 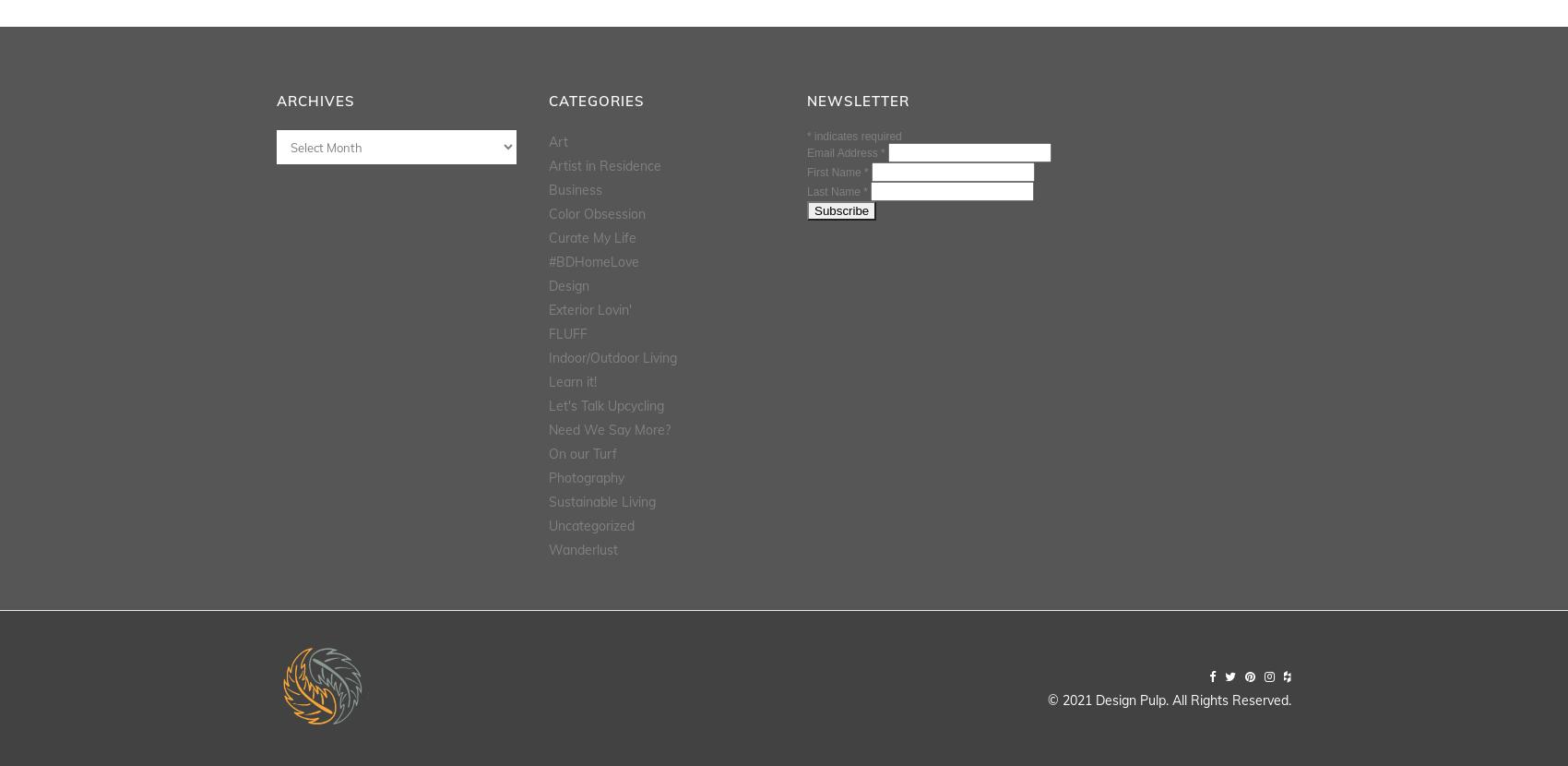 What do you see at coordinates (557, 140) in the screenshot?
I see `'Art'` at bounding box center [557, 140].